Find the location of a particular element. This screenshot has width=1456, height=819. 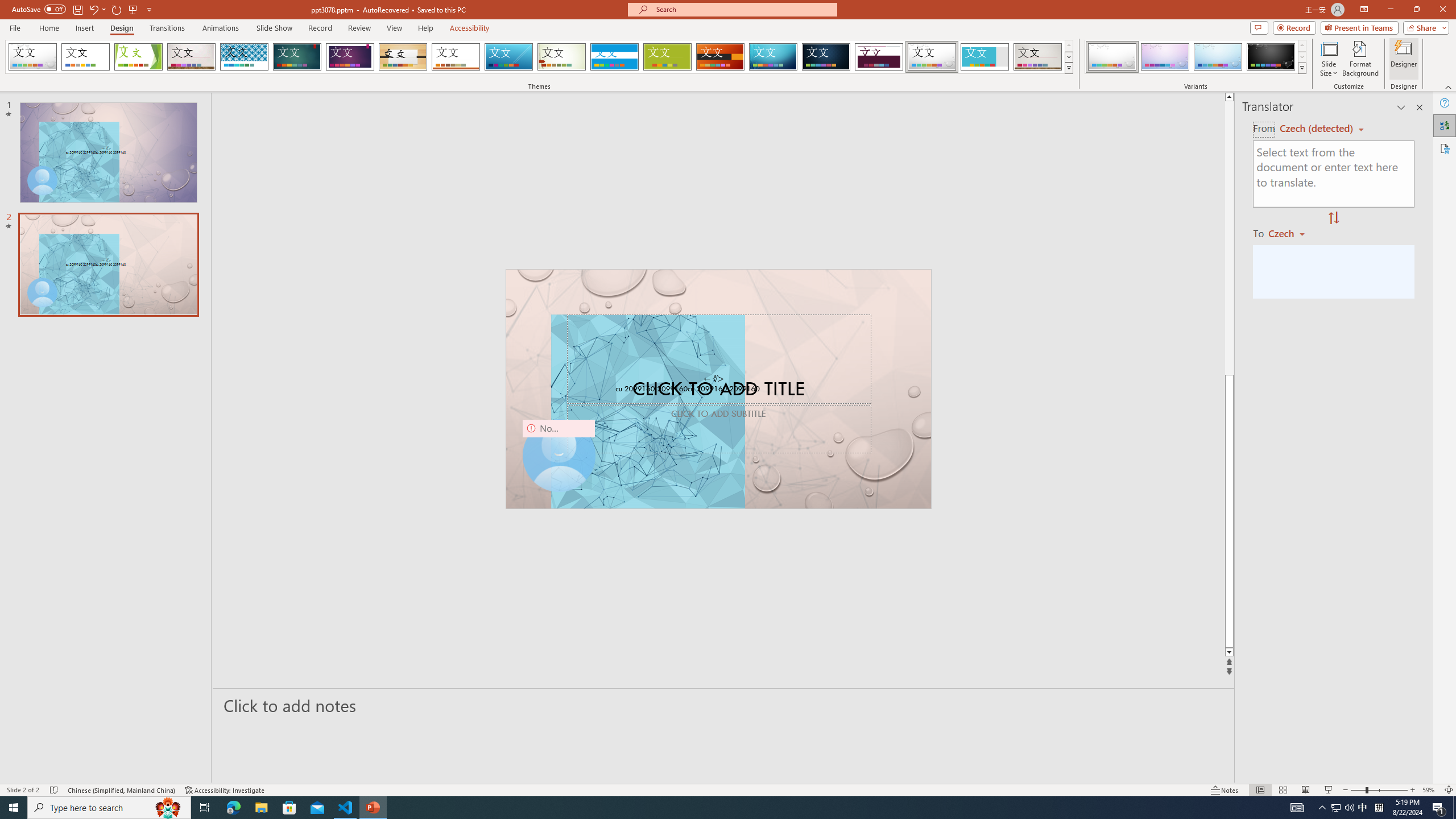

'Office Theme' is located at coordinates (85, 56).